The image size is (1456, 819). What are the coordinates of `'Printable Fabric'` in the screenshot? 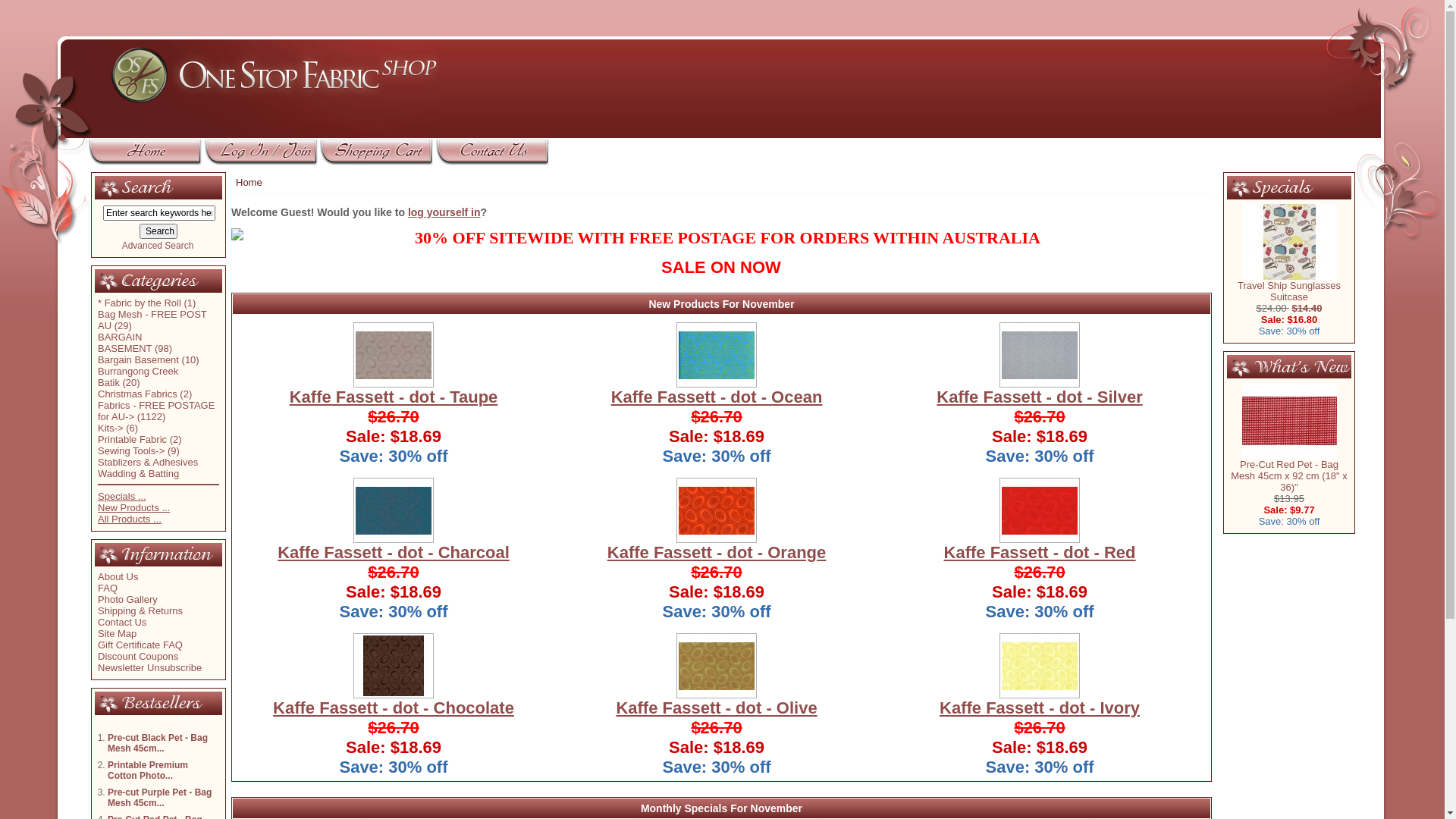 It's located at (132, 439).